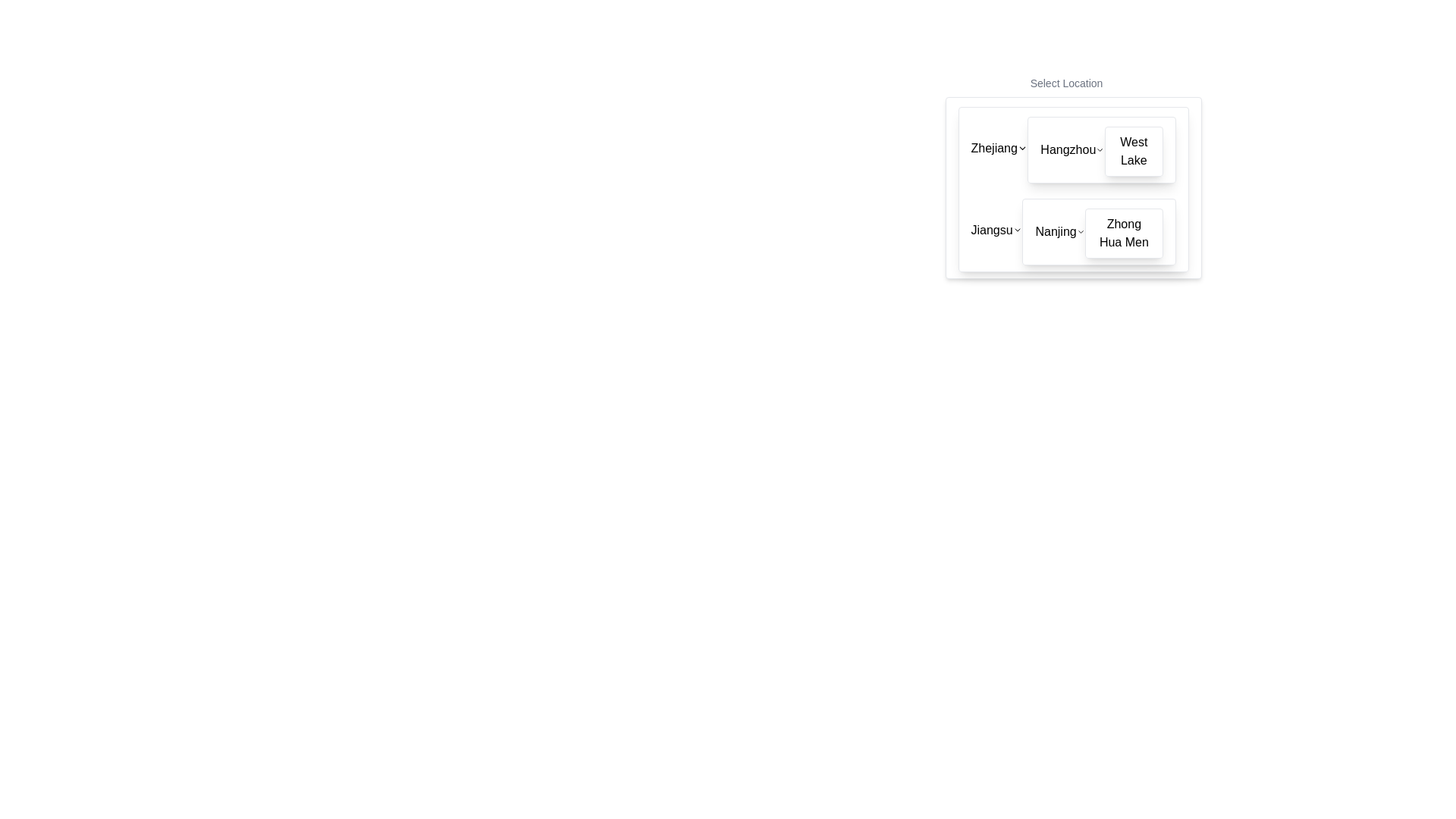  I want to click on the chevron icon next to 'Nanjing', so click(1080, 231).